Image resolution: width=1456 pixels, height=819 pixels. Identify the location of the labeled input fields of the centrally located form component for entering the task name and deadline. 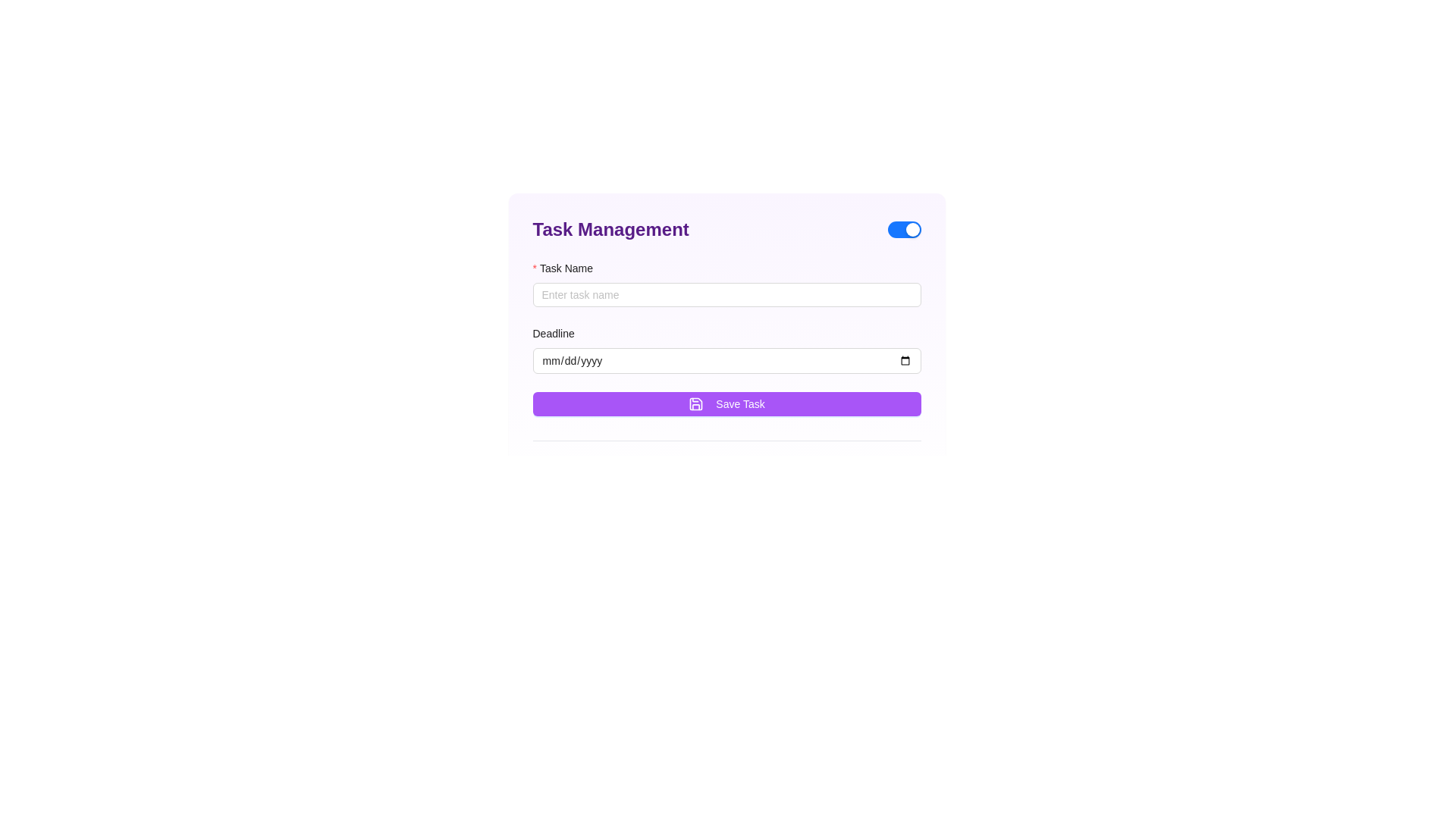
(726, 337).